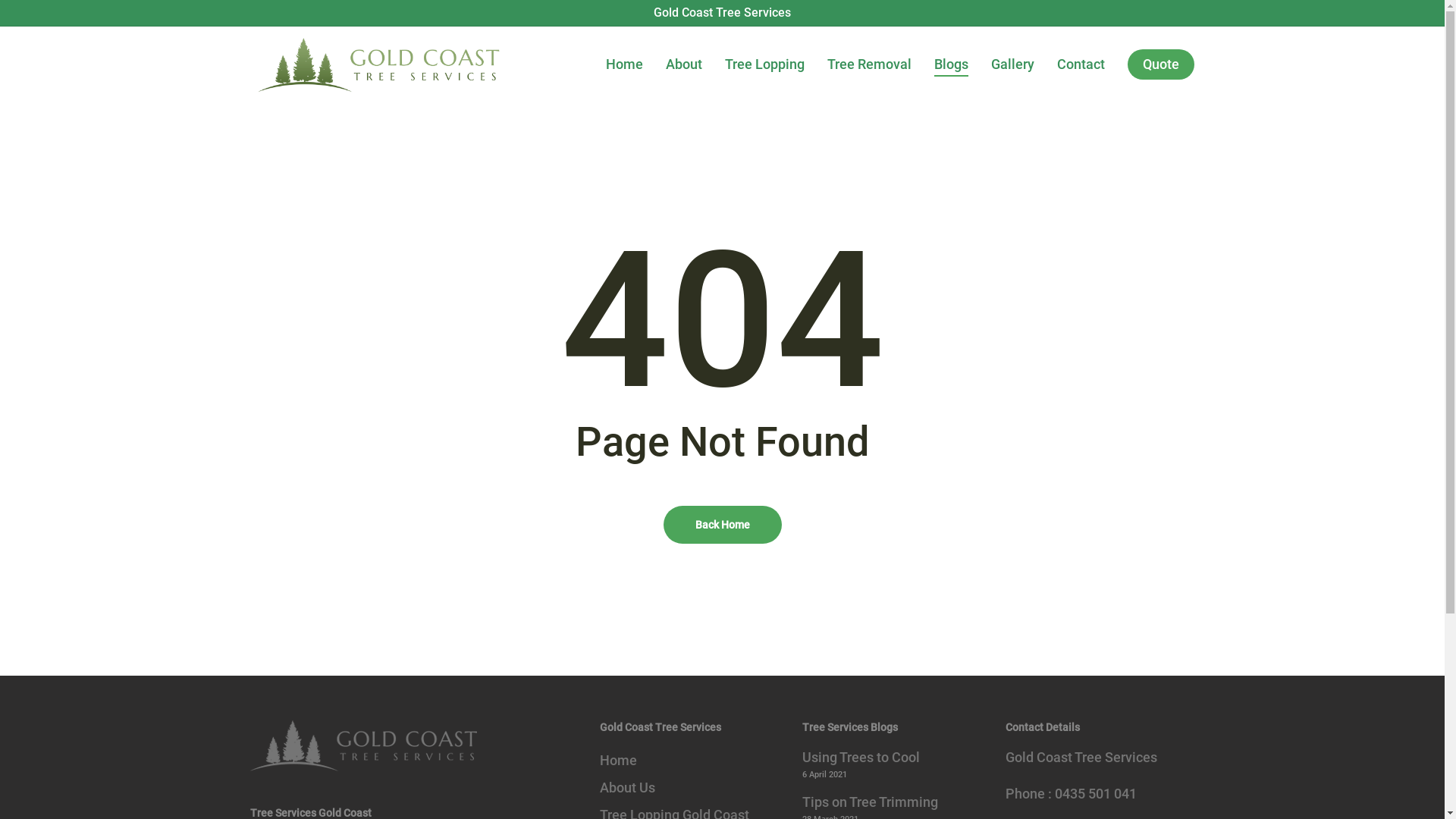  What do you see at coordinates (1160, 63) in the screenshot?
I see `'Quote'` at bounding box center [1160, 63].